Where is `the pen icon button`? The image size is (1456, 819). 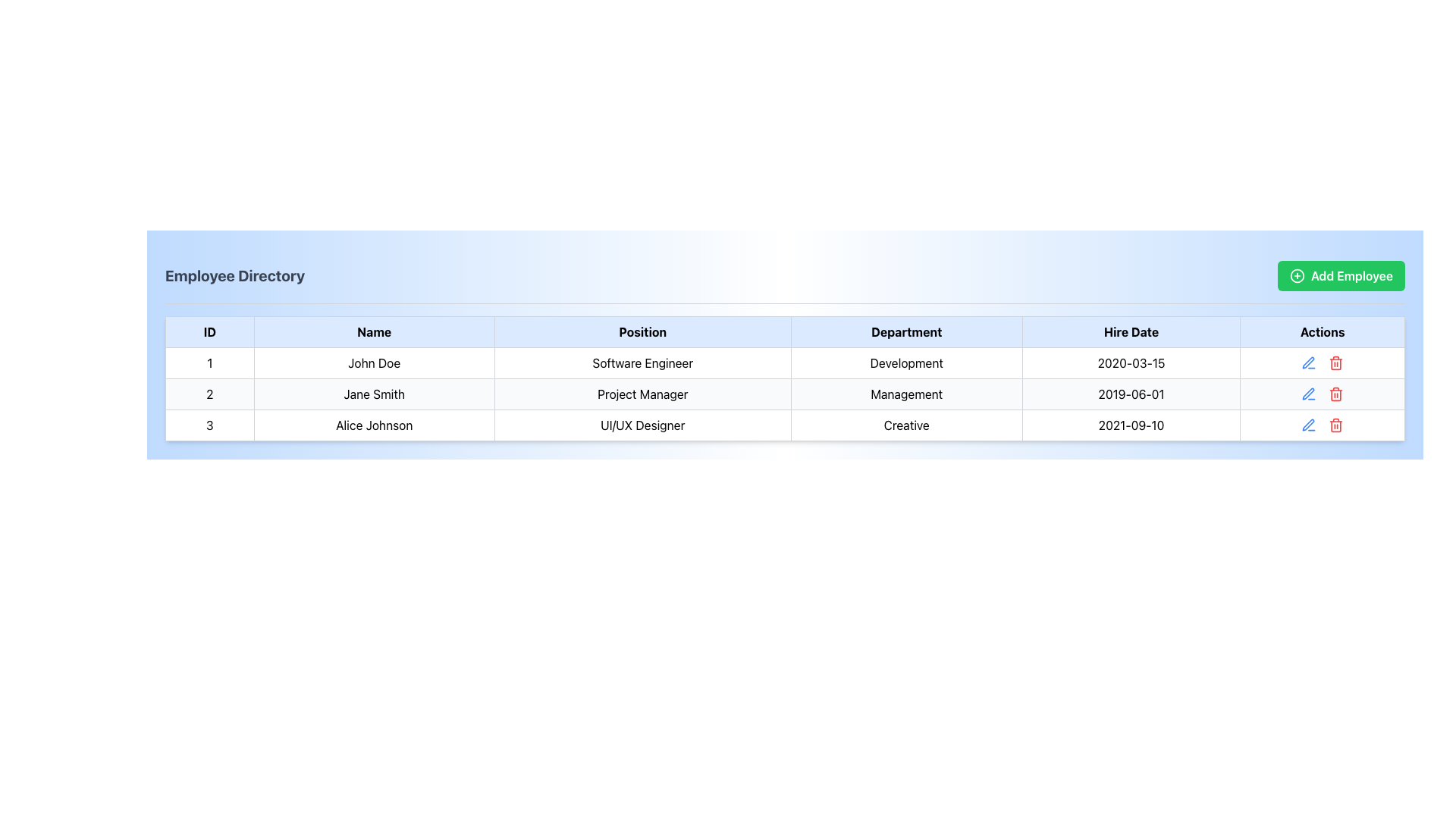
the pen icon button is located at coordinates (1307, 425).